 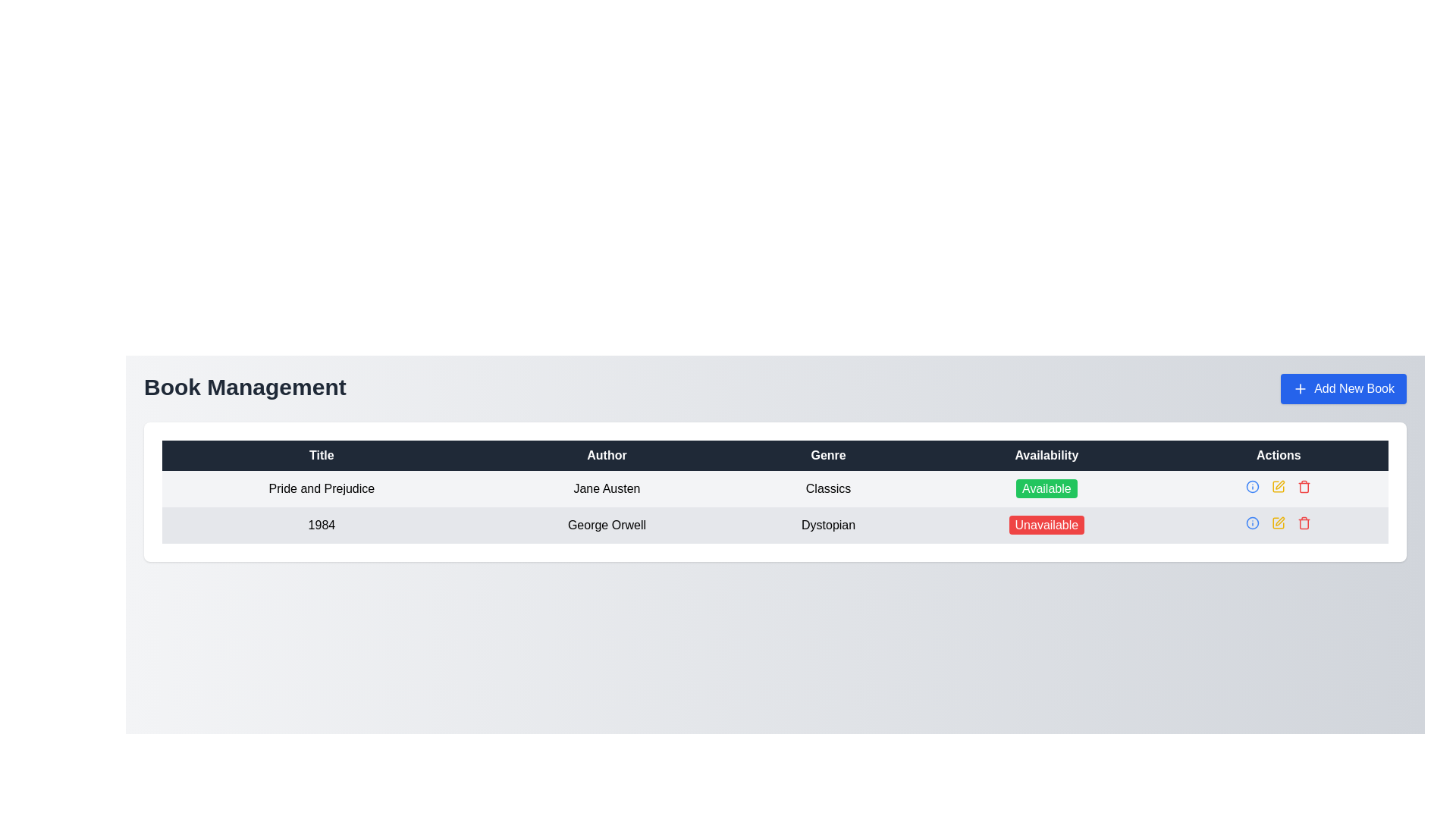 What do you see at coordinates (1253, 522) in the screenshot?
I see `the 'info' icon represented by a Circle in the 'Actions' column of the second row for the entry '1984' by George Orwell` at bounding box center [1253, 522].